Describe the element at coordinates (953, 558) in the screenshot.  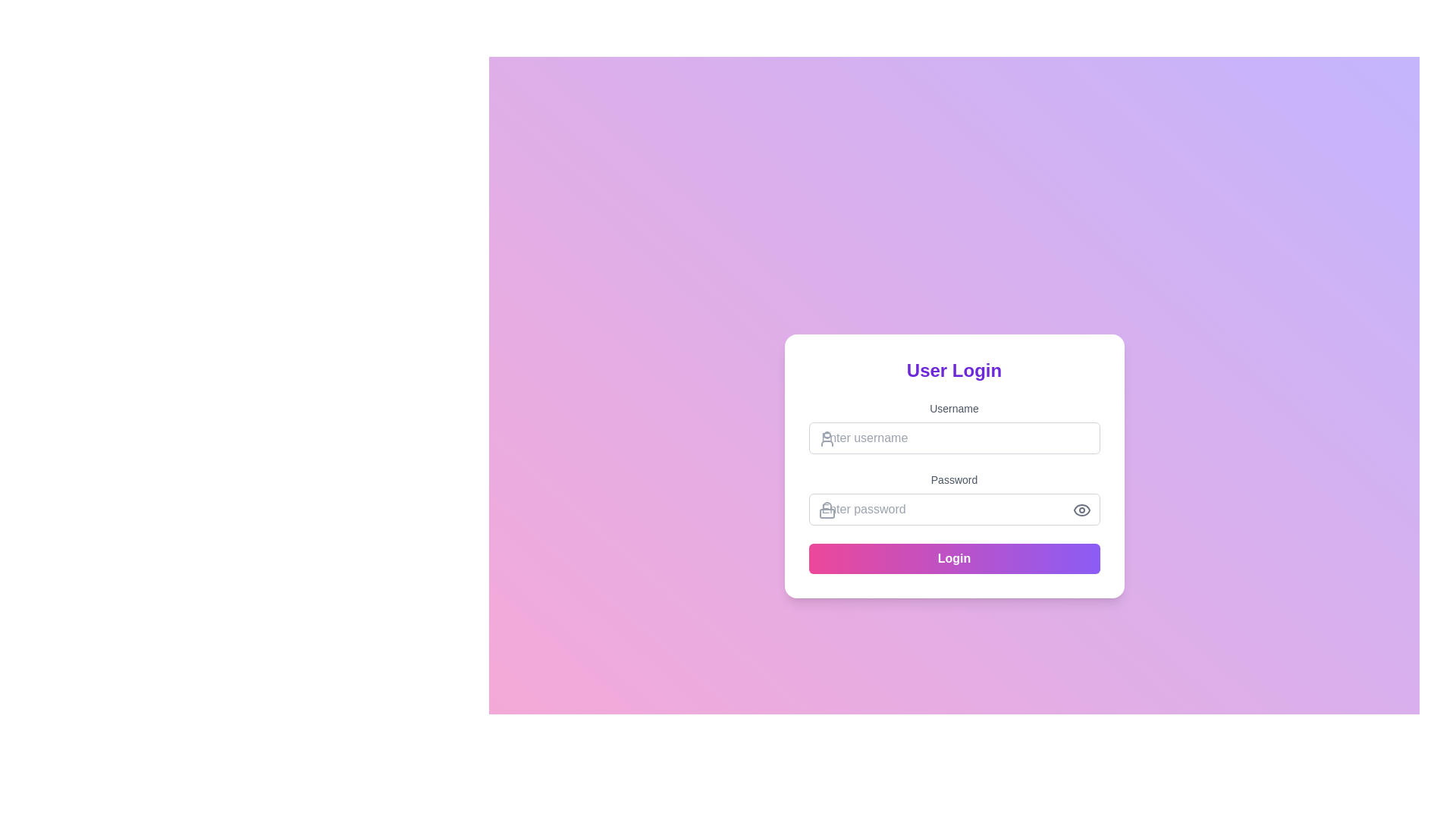
I see `the 'Login' button, which is a rectangular button with a gradient background from pink to violet and white text` at that location.